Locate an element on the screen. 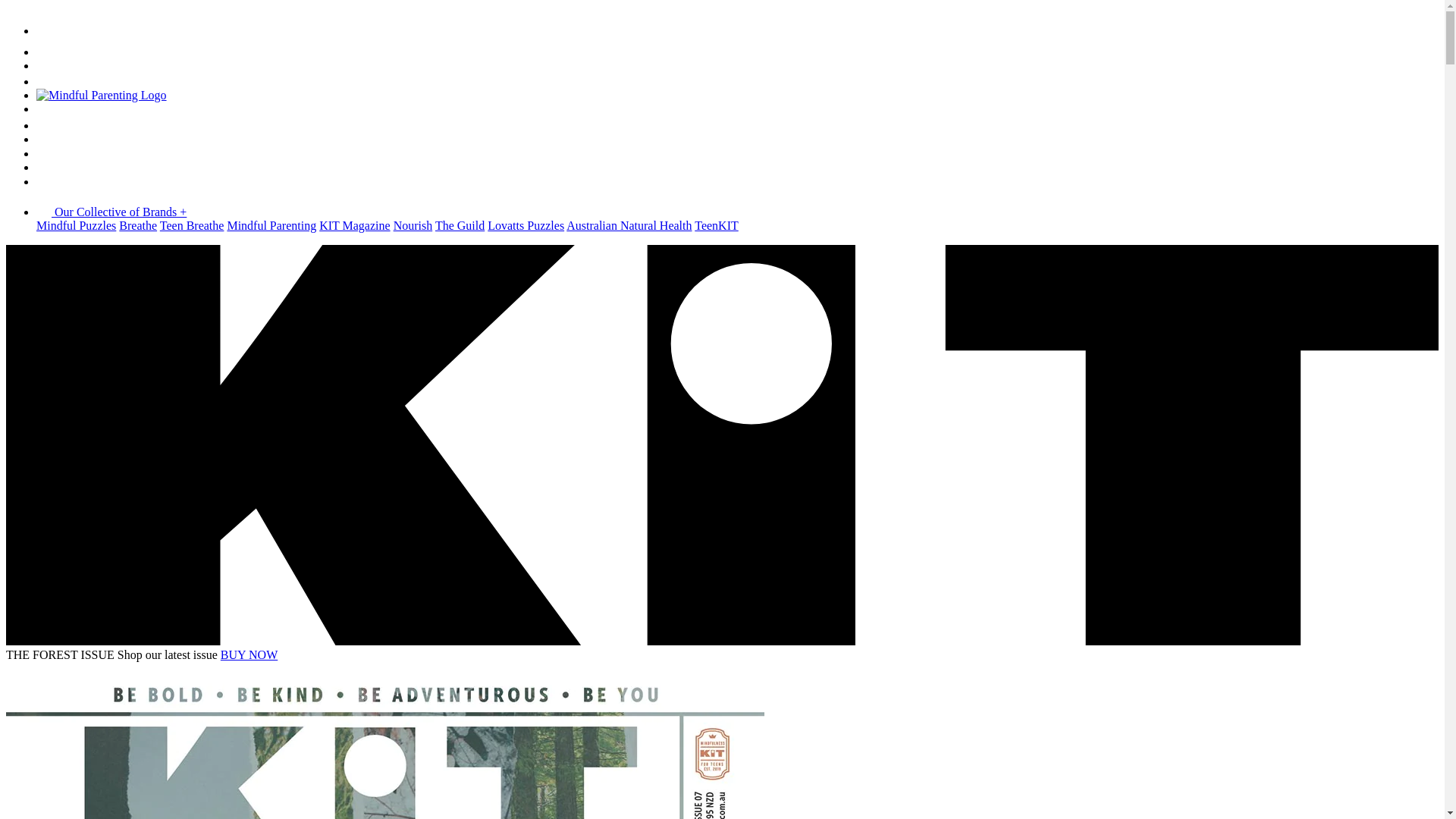 The width and height of the screenshot is (1456, 819). 'Skip to content' is located at coordinates (5, 243).